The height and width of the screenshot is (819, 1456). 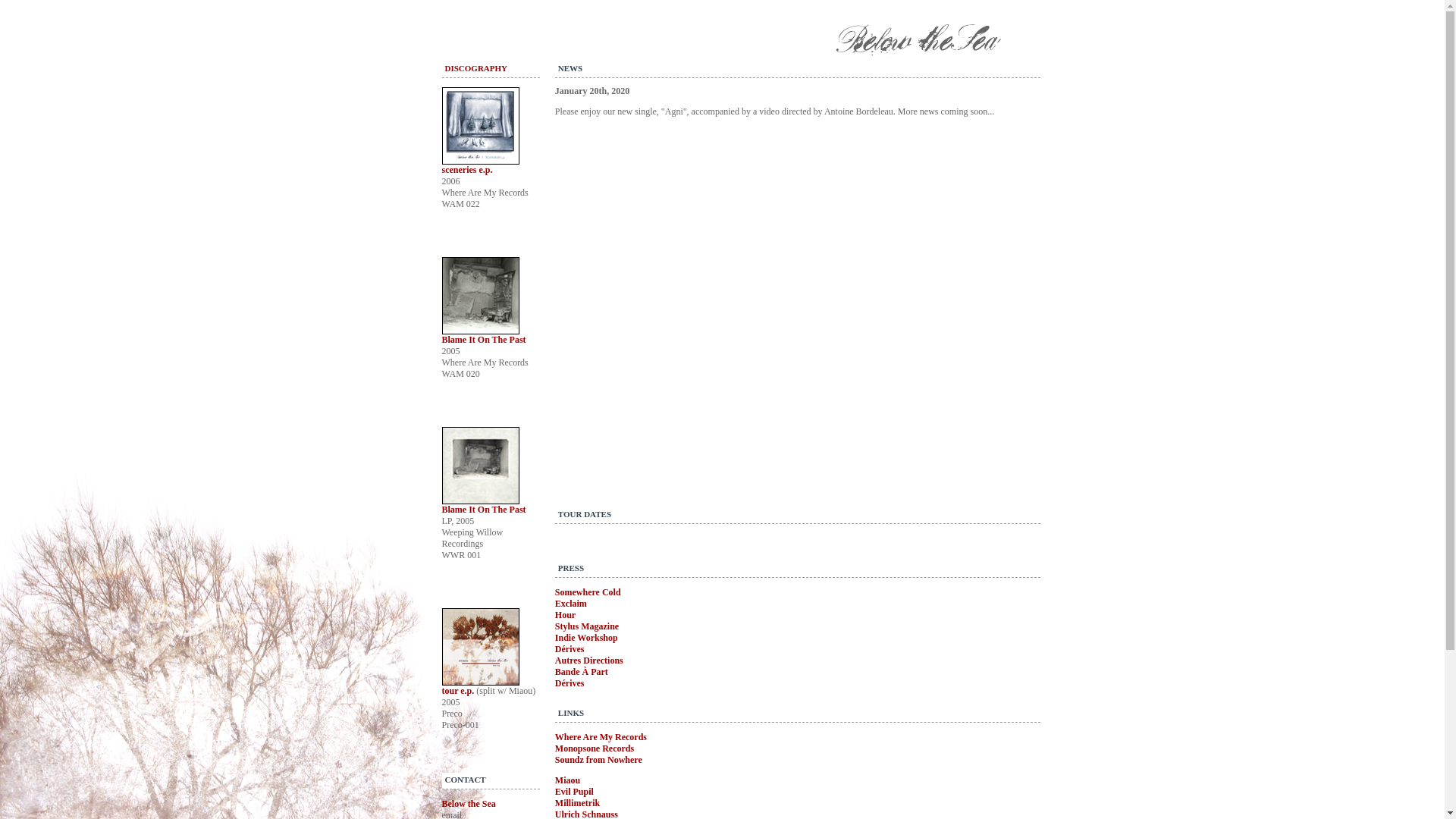 What do you see at coordinates (457, 690) in the screenshot?
I see `'tour e.p.'` at bounding box center [457, 690].